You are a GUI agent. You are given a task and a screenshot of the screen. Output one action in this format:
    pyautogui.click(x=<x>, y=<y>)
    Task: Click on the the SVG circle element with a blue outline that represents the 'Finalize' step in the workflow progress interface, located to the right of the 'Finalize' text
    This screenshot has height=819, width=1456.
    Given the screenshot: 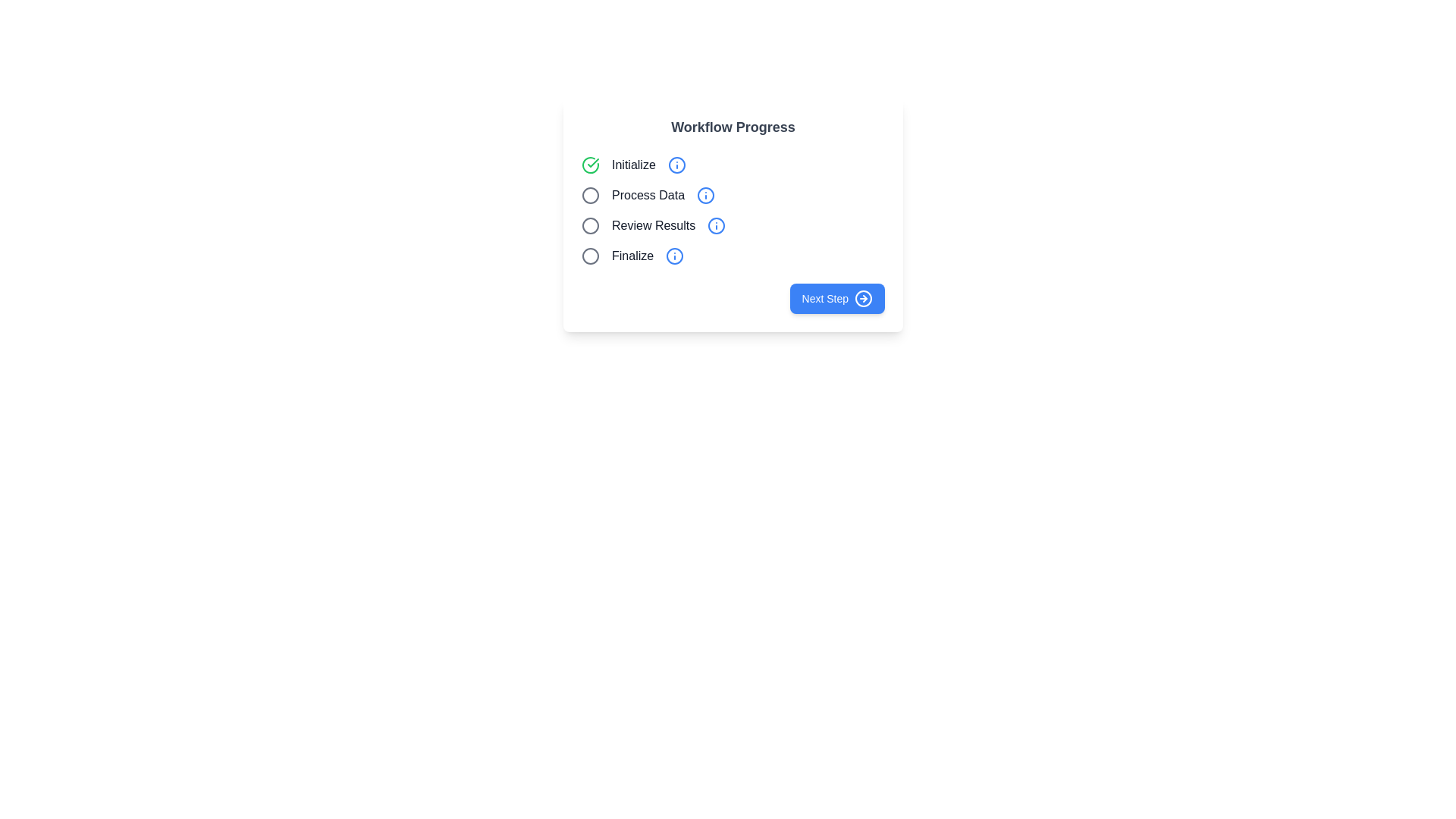 What is the action you would take?
    pyautogui.click(x=674, y=256)
    